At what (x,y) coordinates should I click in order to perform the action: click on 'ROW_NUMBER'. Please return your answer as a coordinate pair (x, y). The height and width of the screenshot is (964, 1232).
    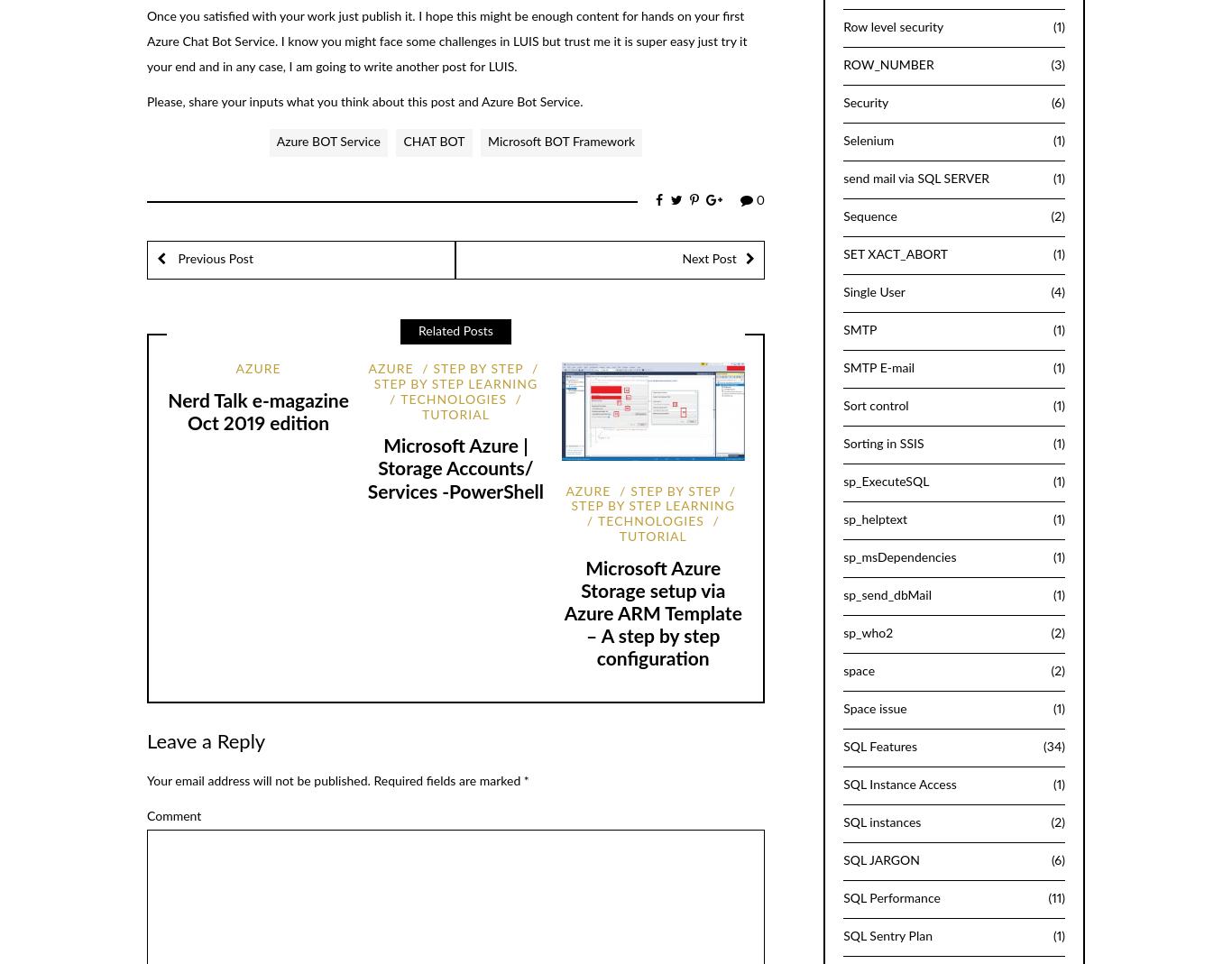
    Looking at the image, I should click on (888, 64).